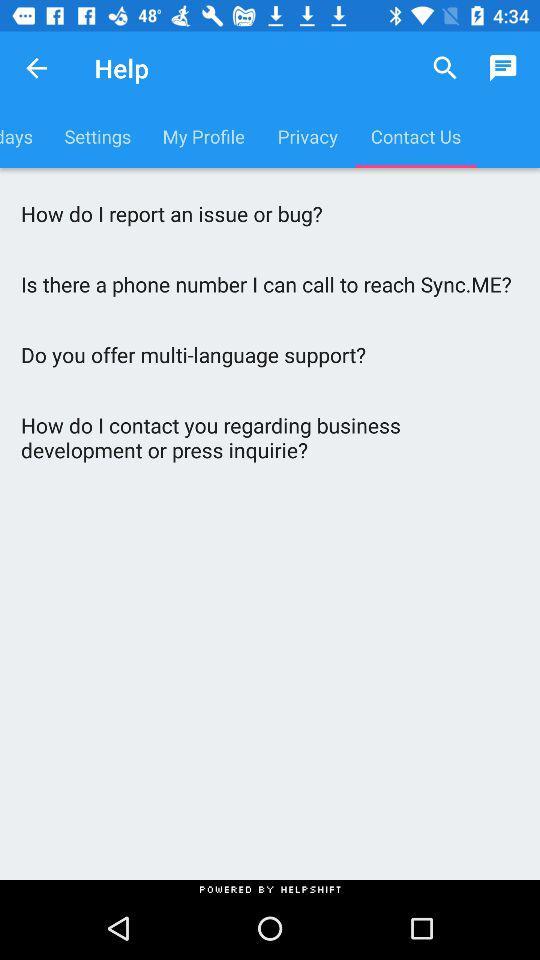  What do you see at coordinates (36, 68) in the screenshot?
I see `the icon above birthdays` at bounding box center [36, 68].